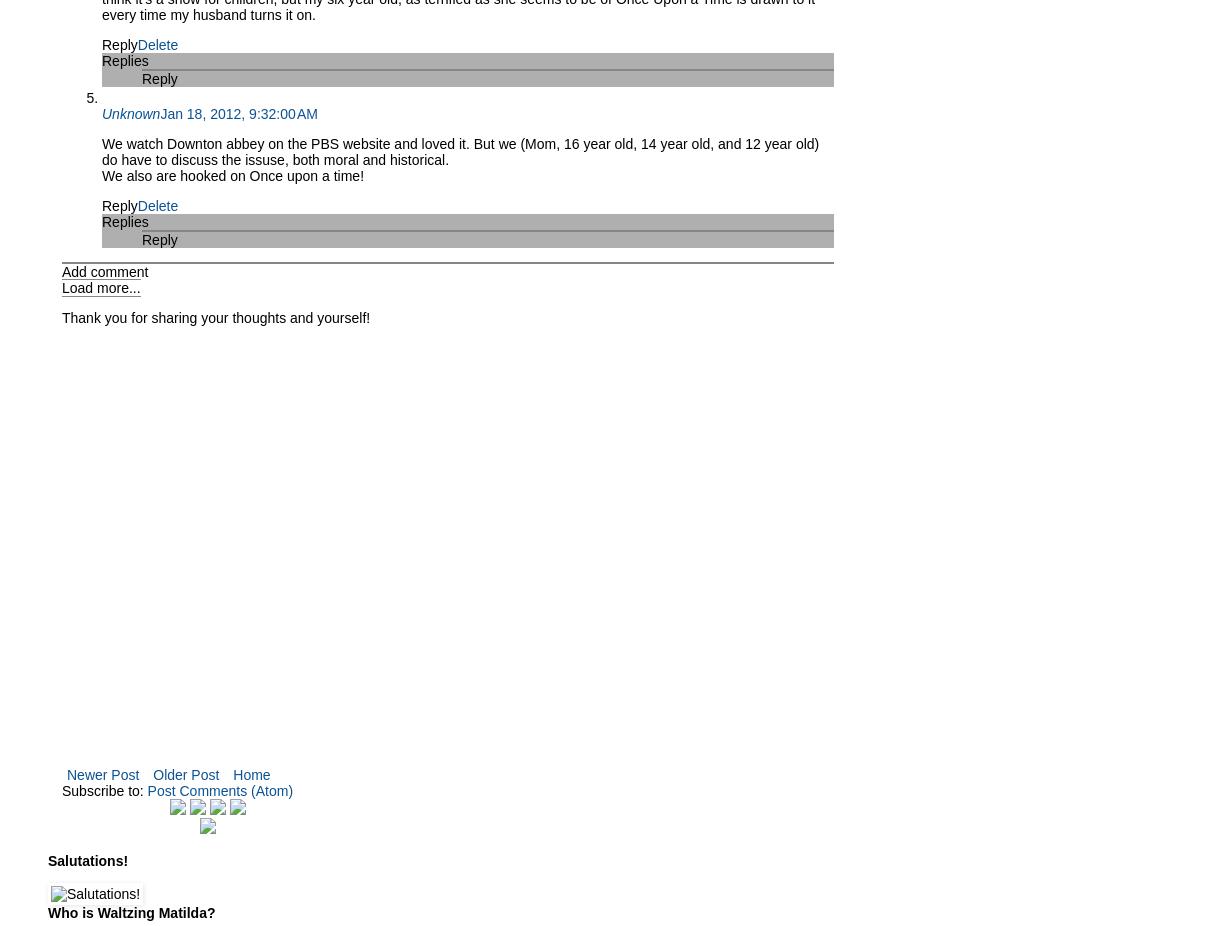  Describe the element at coordinates (103, 790) in the screenshot. I see `'Subscribe to:'` at that location.